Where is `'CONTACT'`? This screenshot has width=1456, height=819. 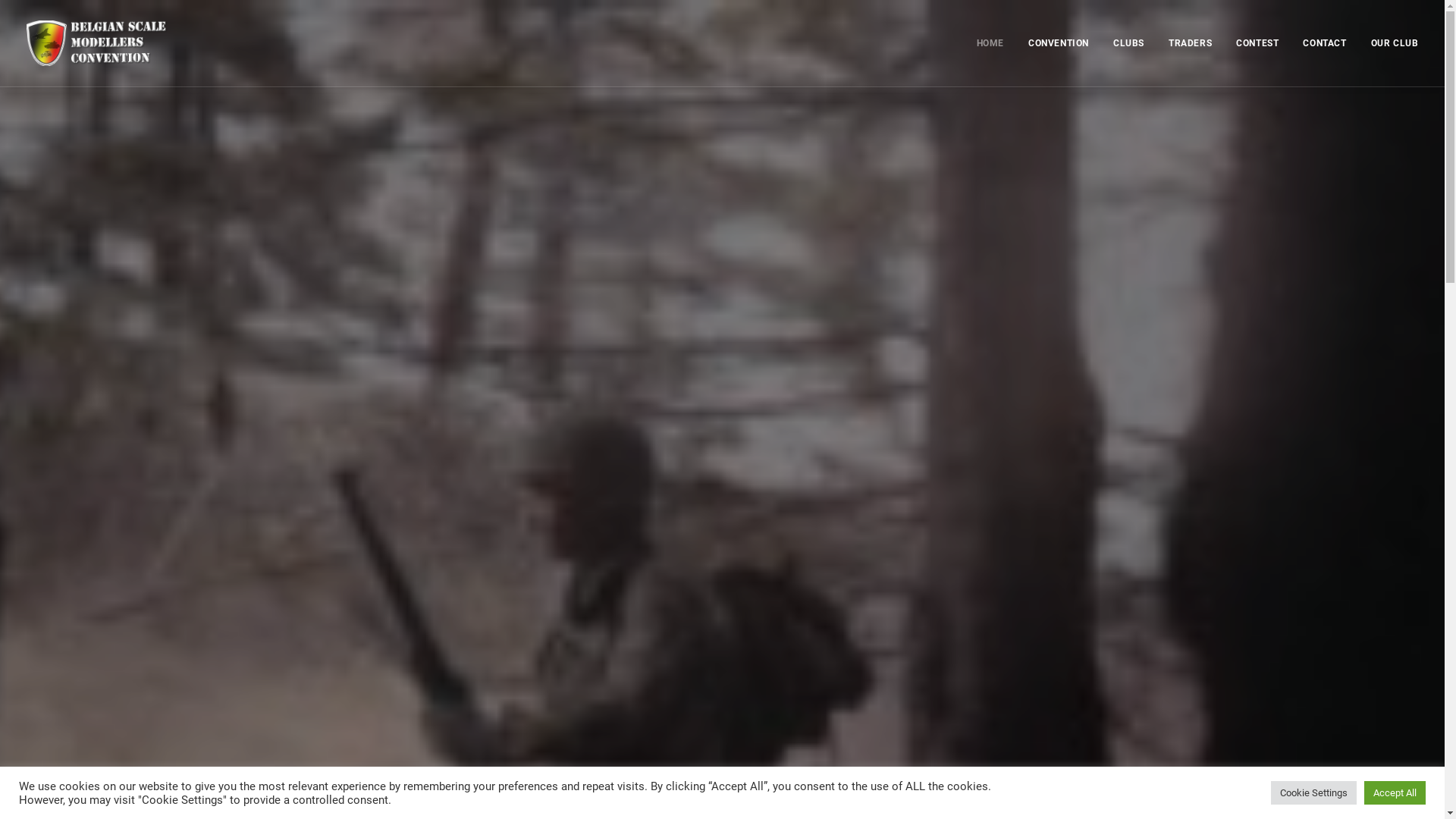 'CONTACT' is located at coordinates (1291, 42).